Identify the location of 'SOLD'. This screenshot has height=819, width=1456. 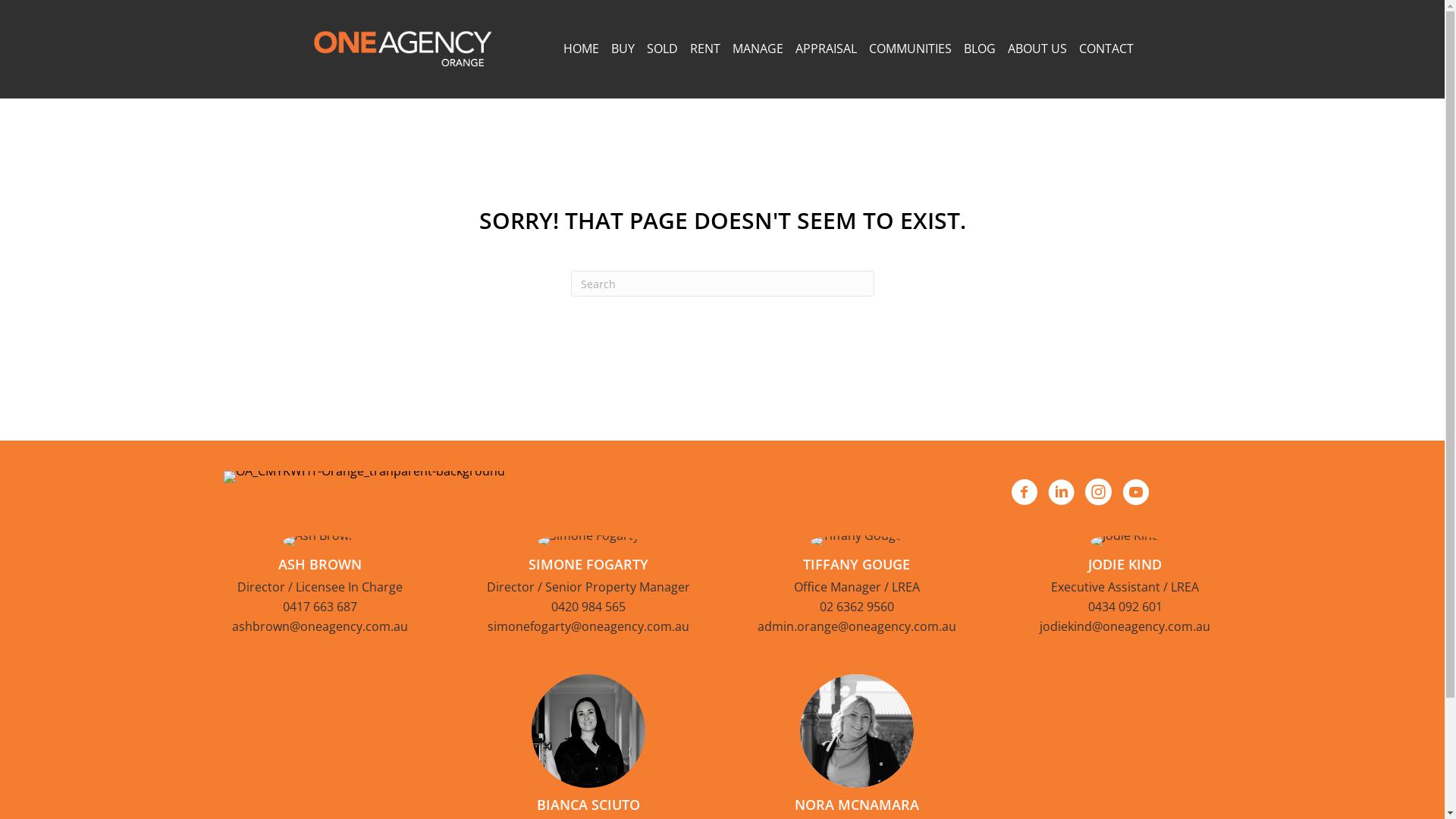
(661, 48).